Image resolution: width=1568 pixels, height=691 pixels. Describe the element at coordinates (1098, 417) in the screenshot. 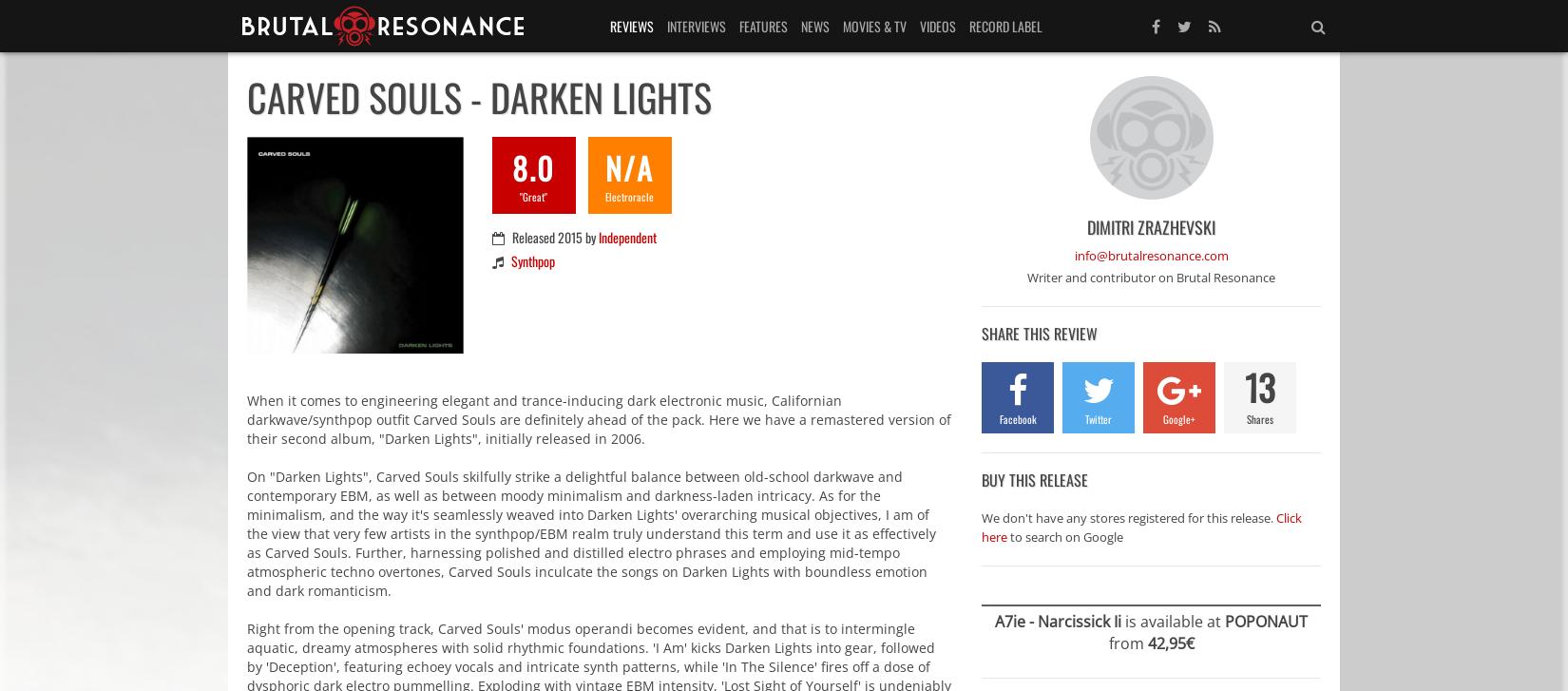

I see `'Twitter'` at that location.